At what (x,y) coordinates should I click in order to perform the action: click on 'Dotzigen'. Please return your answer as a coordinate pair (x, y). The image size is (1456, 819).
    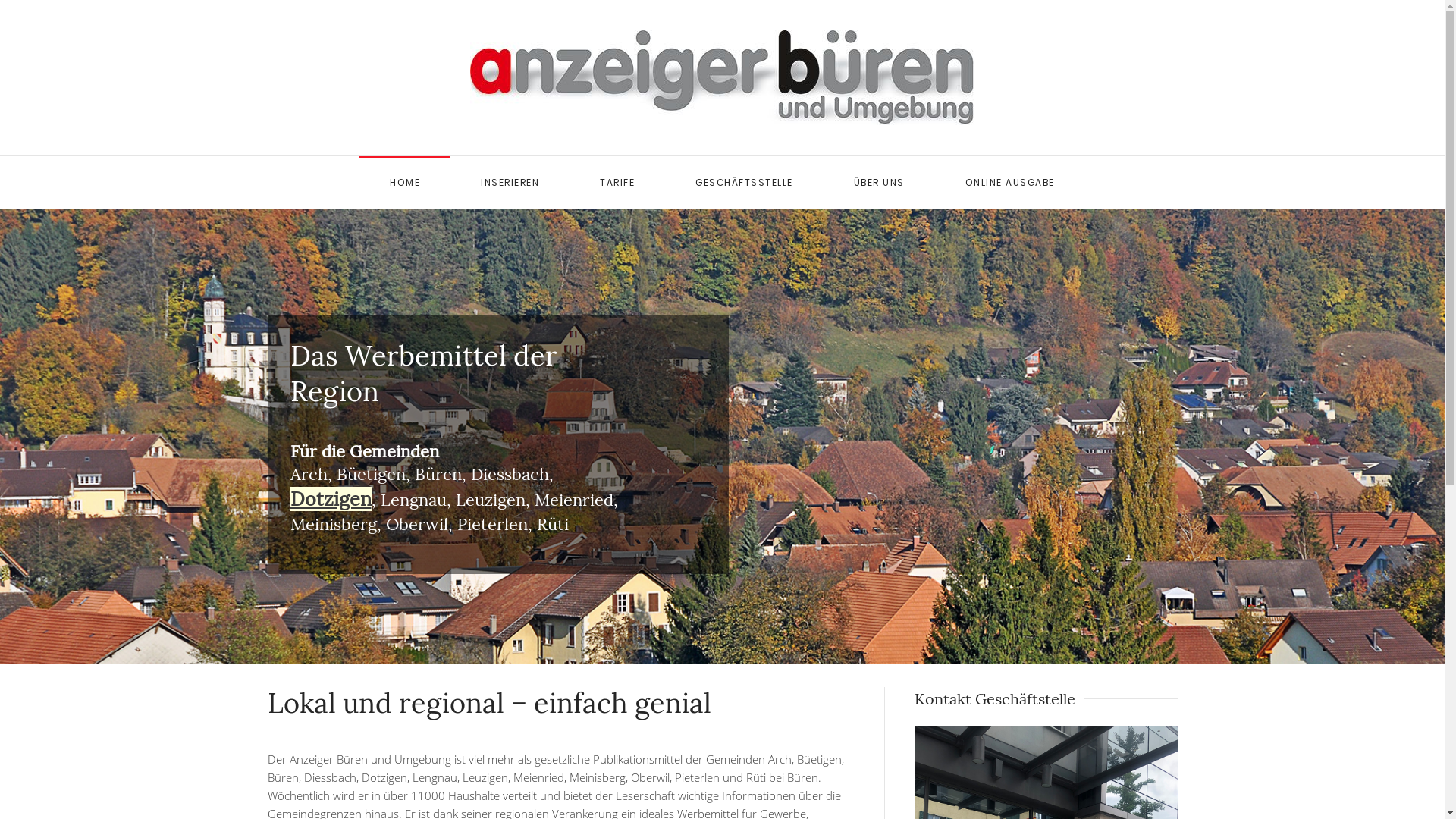
    Looking at the image, I should click on (329, 500).